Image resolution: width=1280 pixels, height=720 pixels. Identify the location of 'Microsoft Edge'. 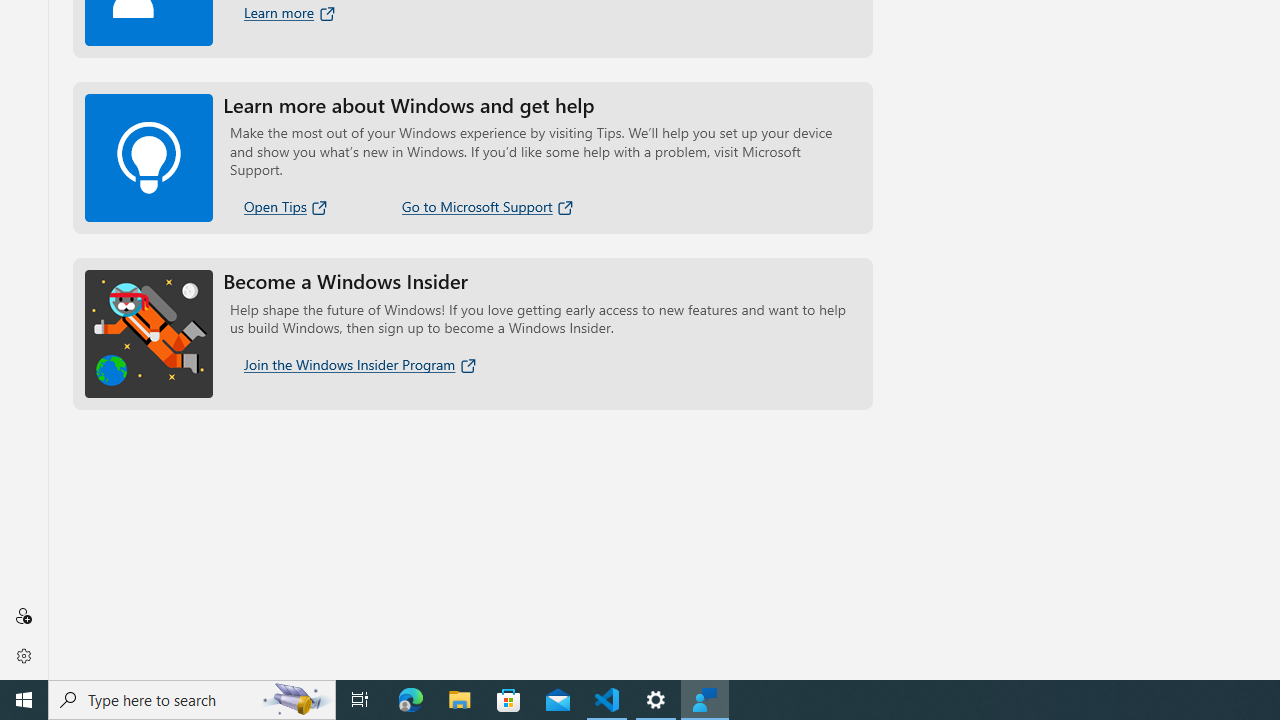
(410, 698).